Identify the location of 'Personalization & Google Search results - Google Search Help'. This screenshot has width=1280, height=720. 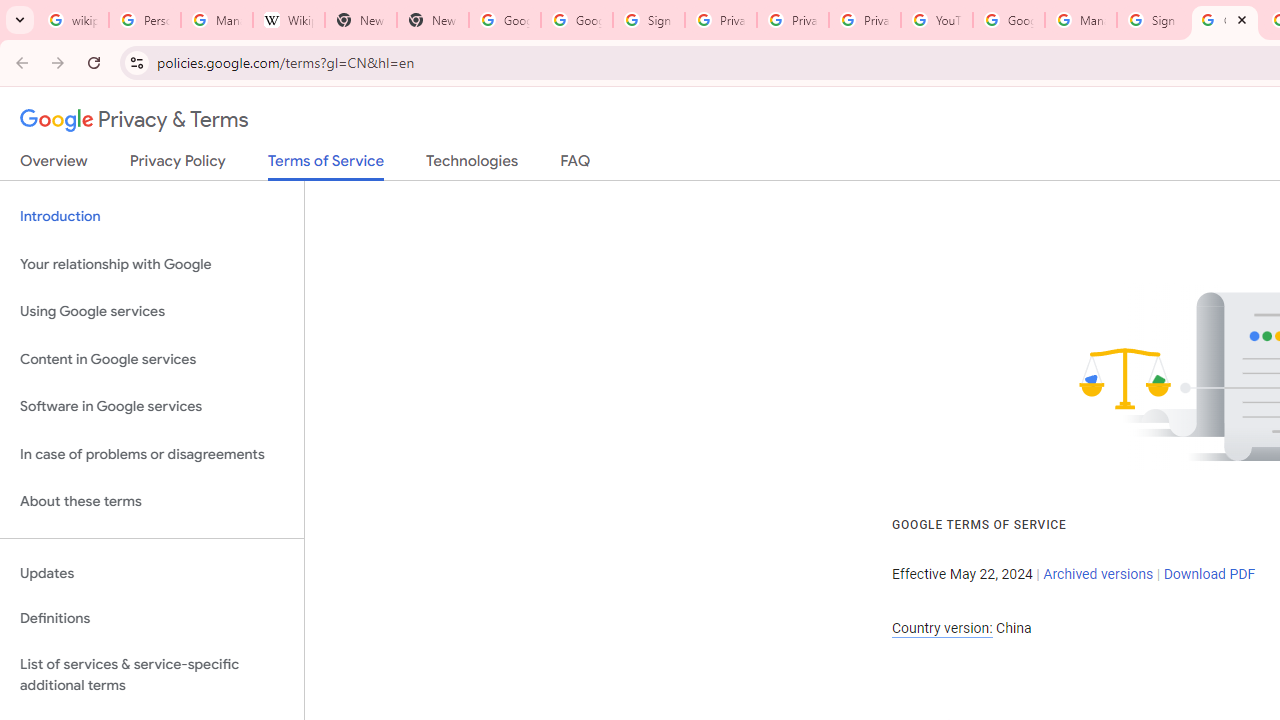
(143, 20).